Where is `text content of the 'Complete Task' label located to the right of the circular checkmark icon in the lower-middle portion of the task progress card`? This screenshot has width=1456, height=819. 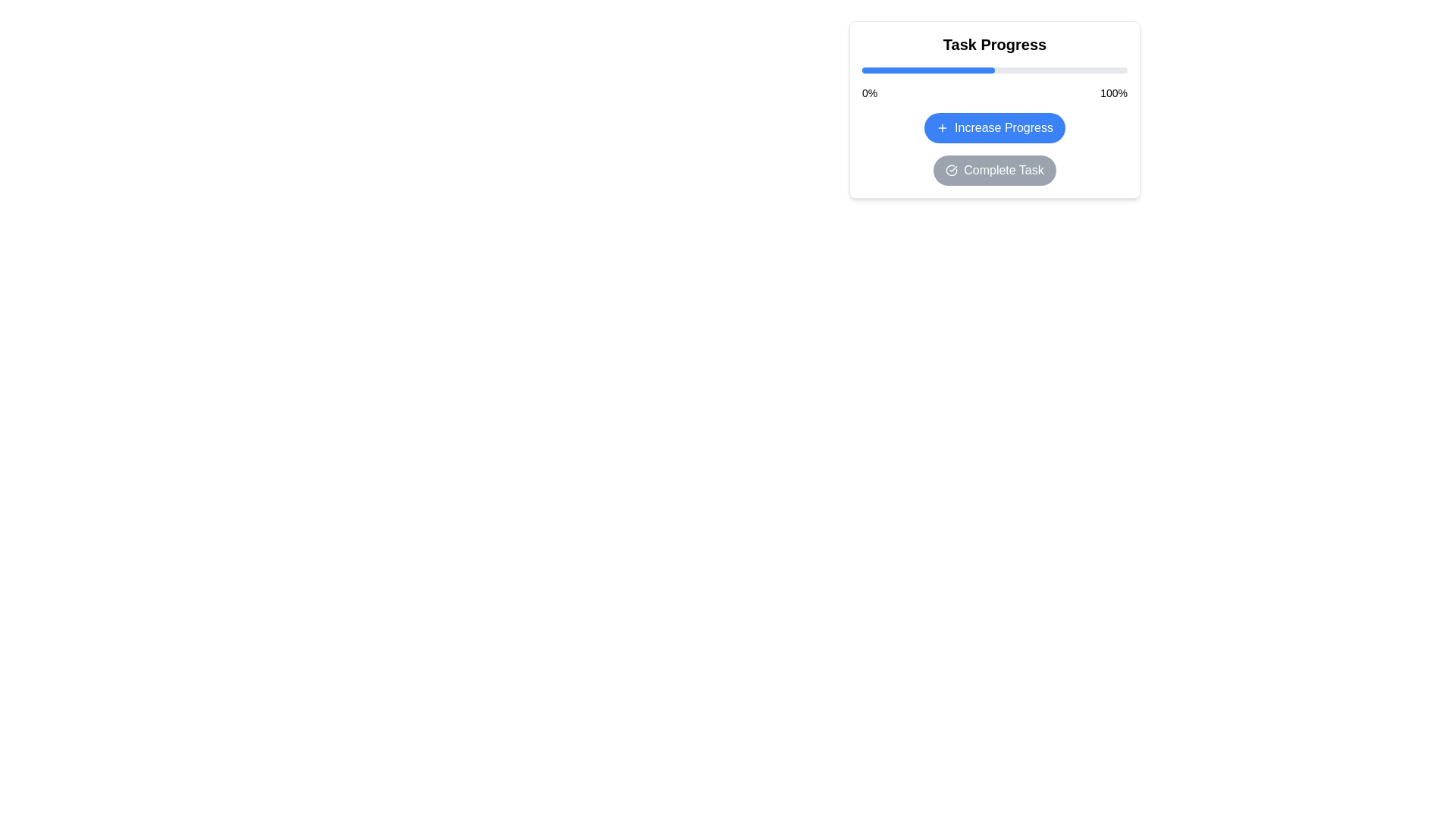
text content of the 'Complete Task' label located to the right of the circular checkmark icon in the lower-middle portion of the task progress card is located at coordinates (1004, 170).